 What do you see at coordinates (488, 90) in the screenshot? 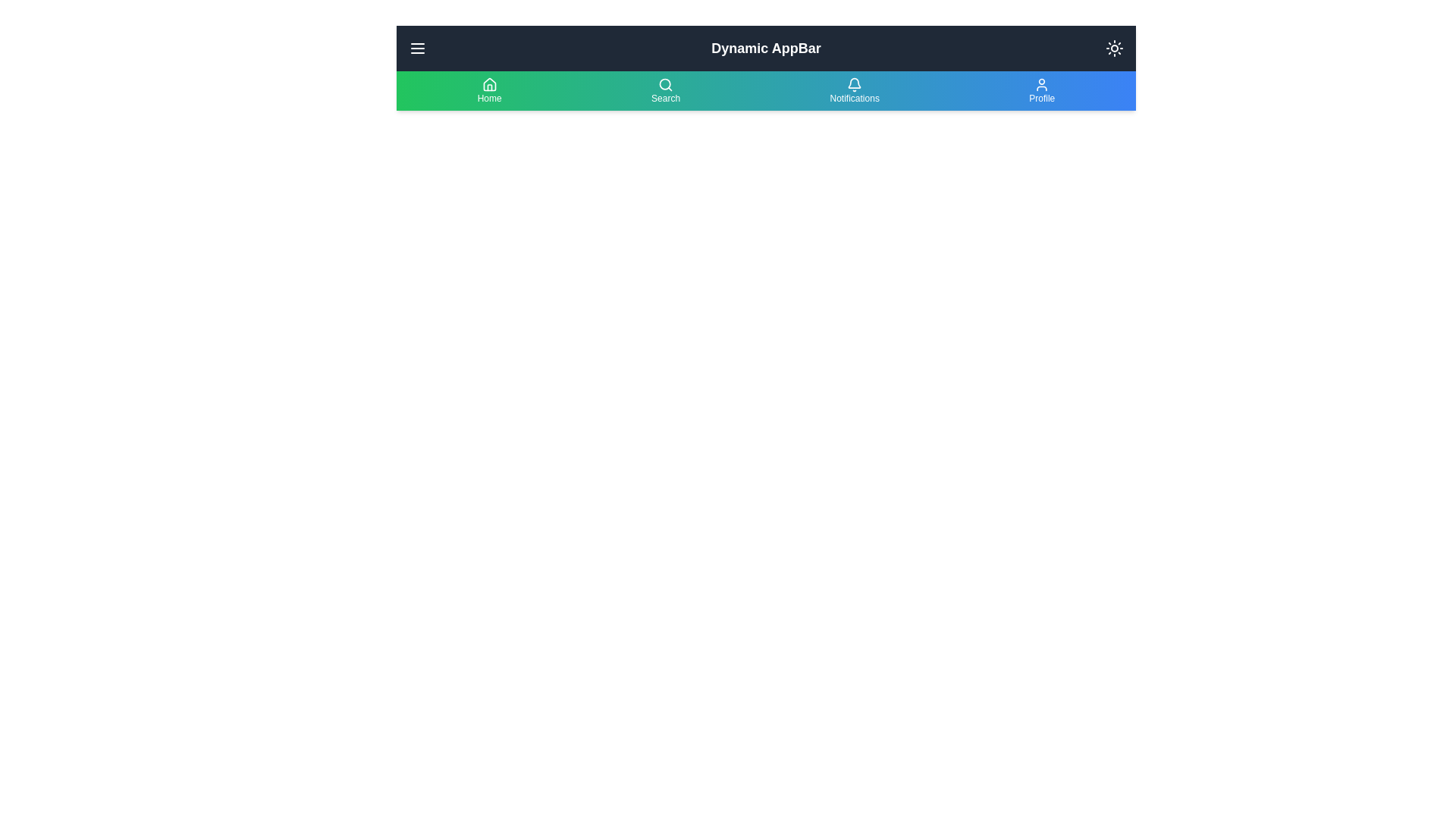
I see `the navigation item labeled Home in the DynamicAppBar` at bounding box center [488, 90].